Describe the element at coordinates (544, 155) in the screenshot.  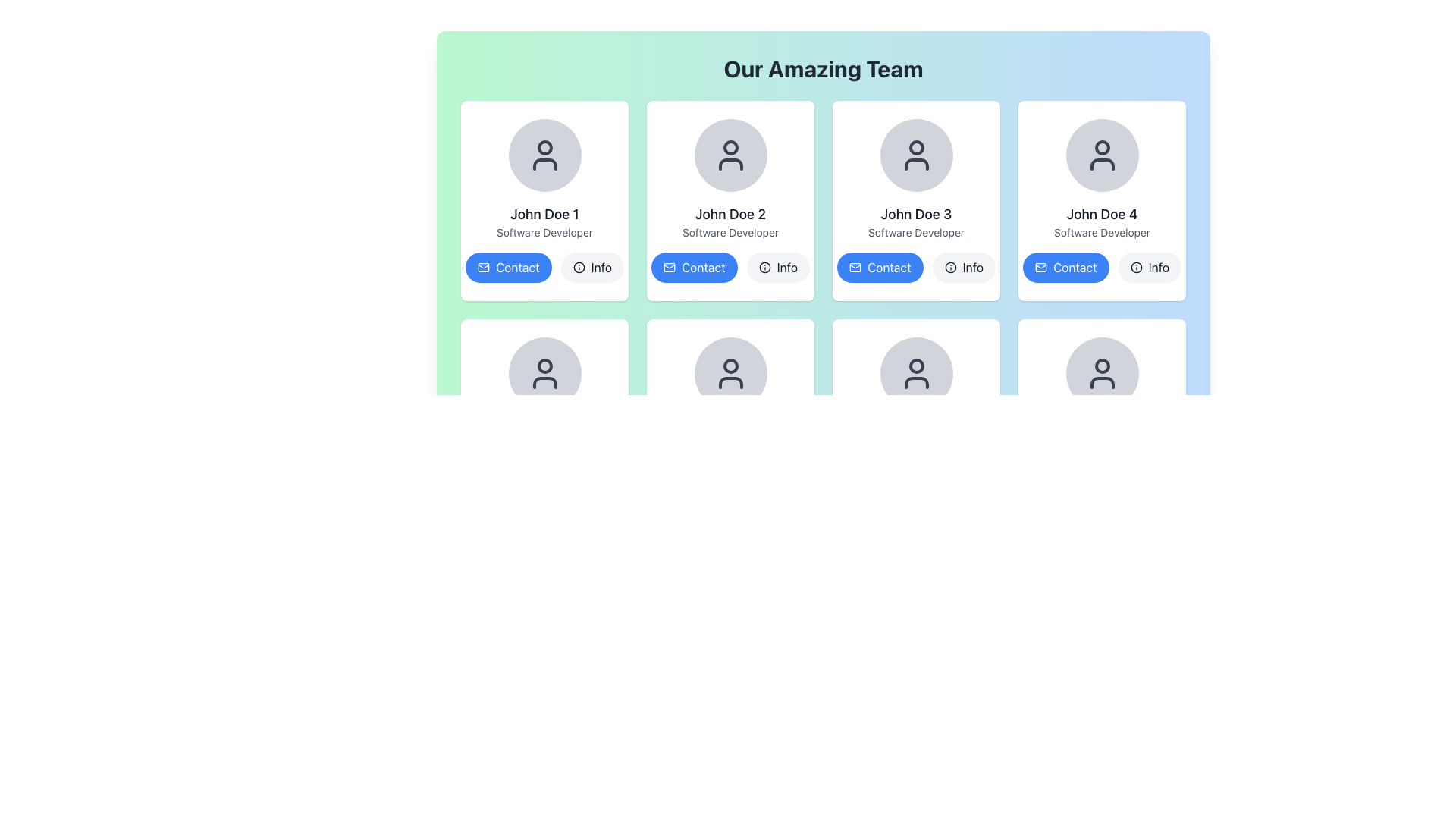
I see `the Profile Avatar element, which is a circular icon with a gray background and a user silhouette, located at the top center of the profile card for 'John Doe 1' in the 'Our Amazing Team' section` at that location.